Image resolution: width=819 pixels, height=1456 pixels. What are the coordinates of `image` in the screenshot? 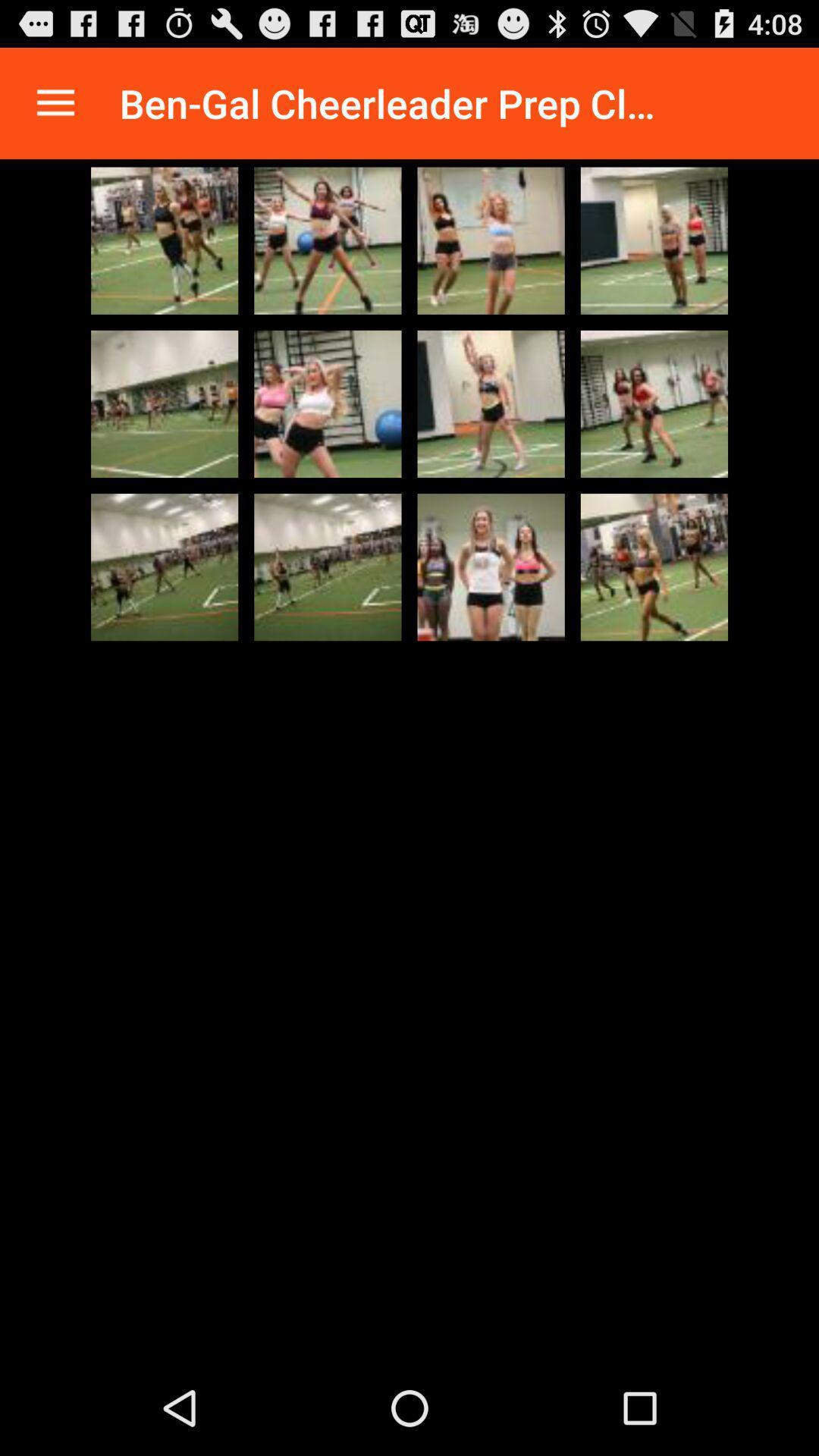 It's located at (165, 566).